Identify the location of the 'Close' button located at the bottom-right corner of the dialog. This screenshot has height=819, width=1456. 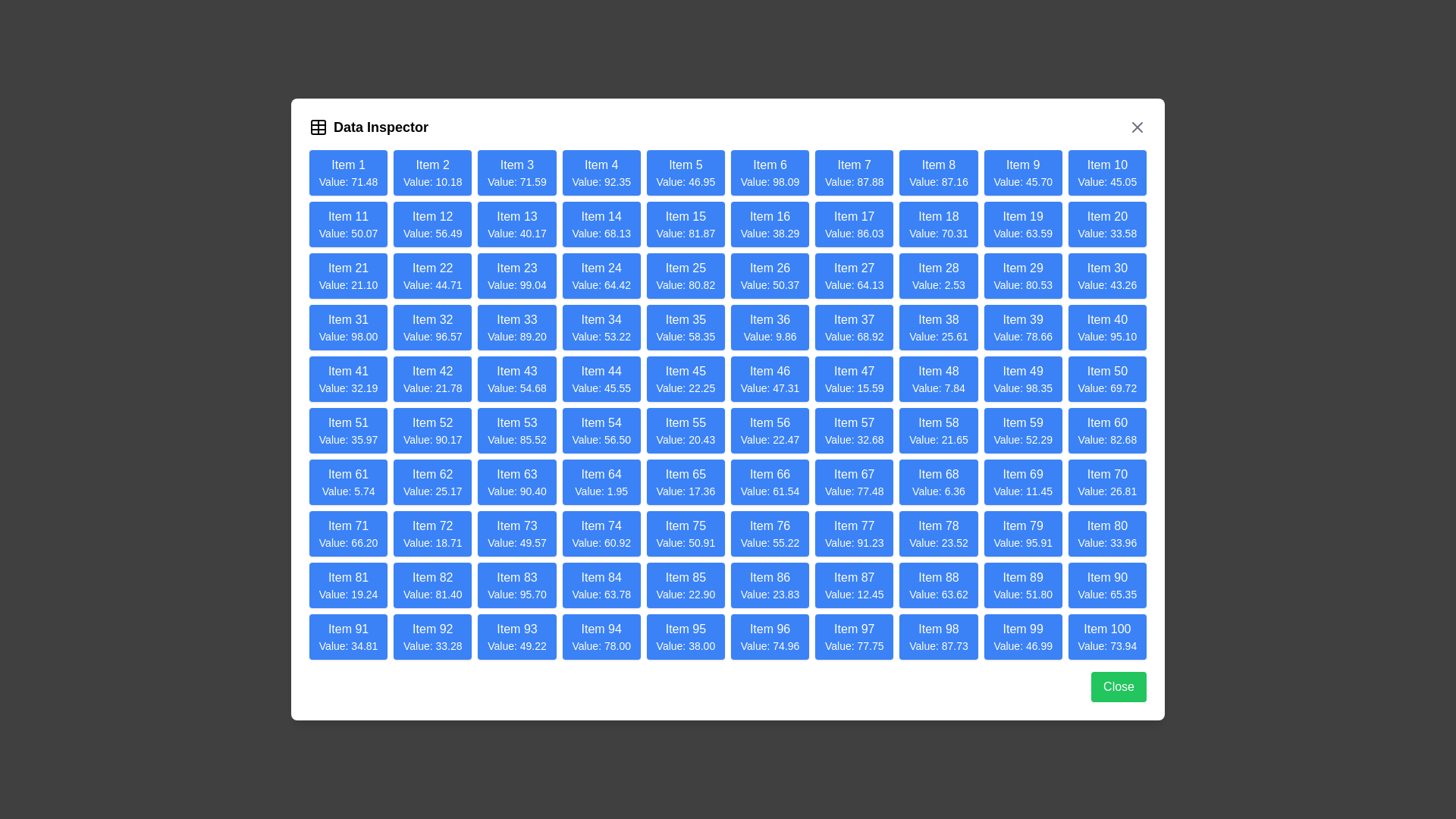
(1118, 687).